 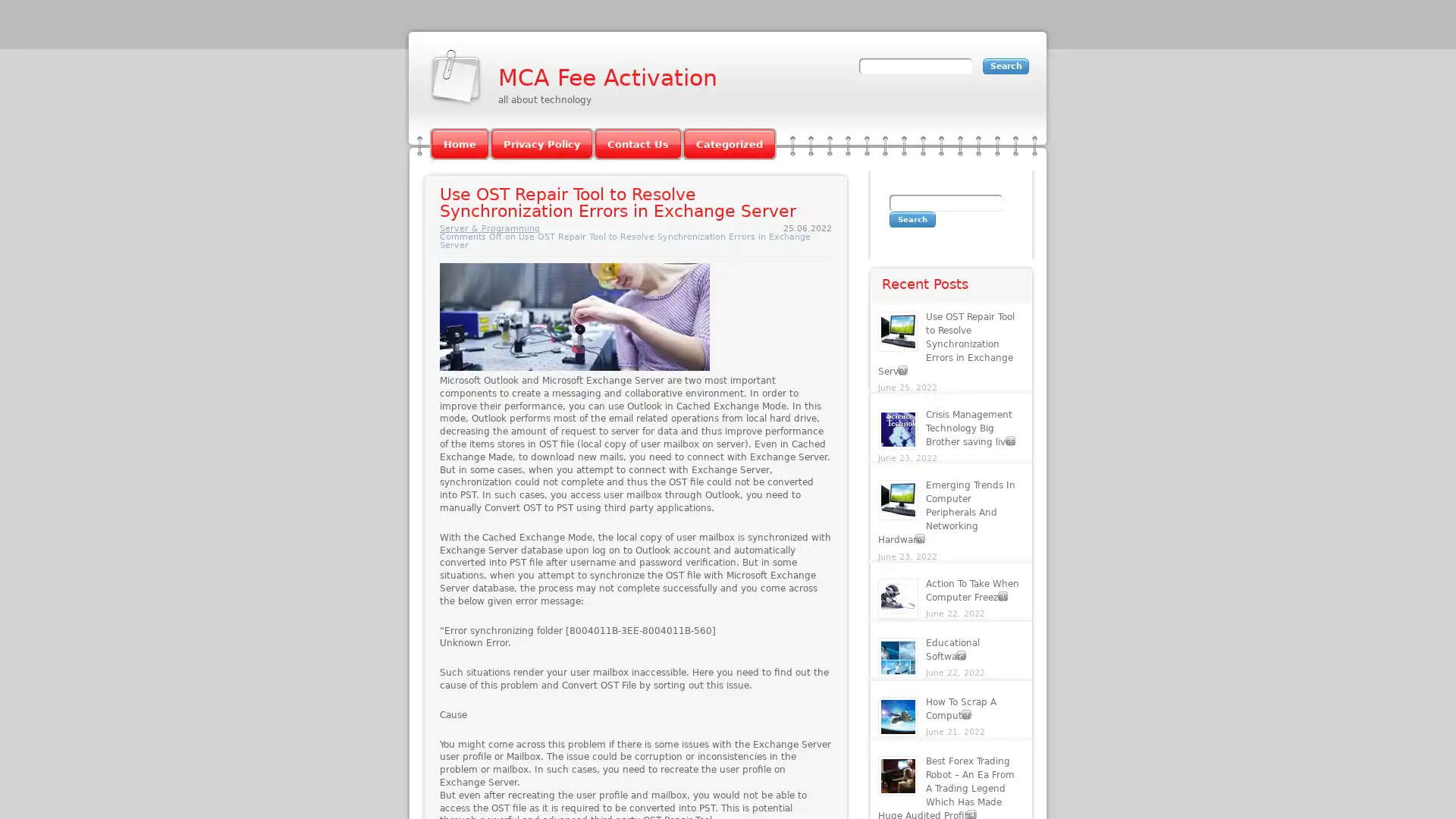 What do you see at coordinates (912, 219) in the screenshot?
I see `Search` at bounding box center [912, 219].